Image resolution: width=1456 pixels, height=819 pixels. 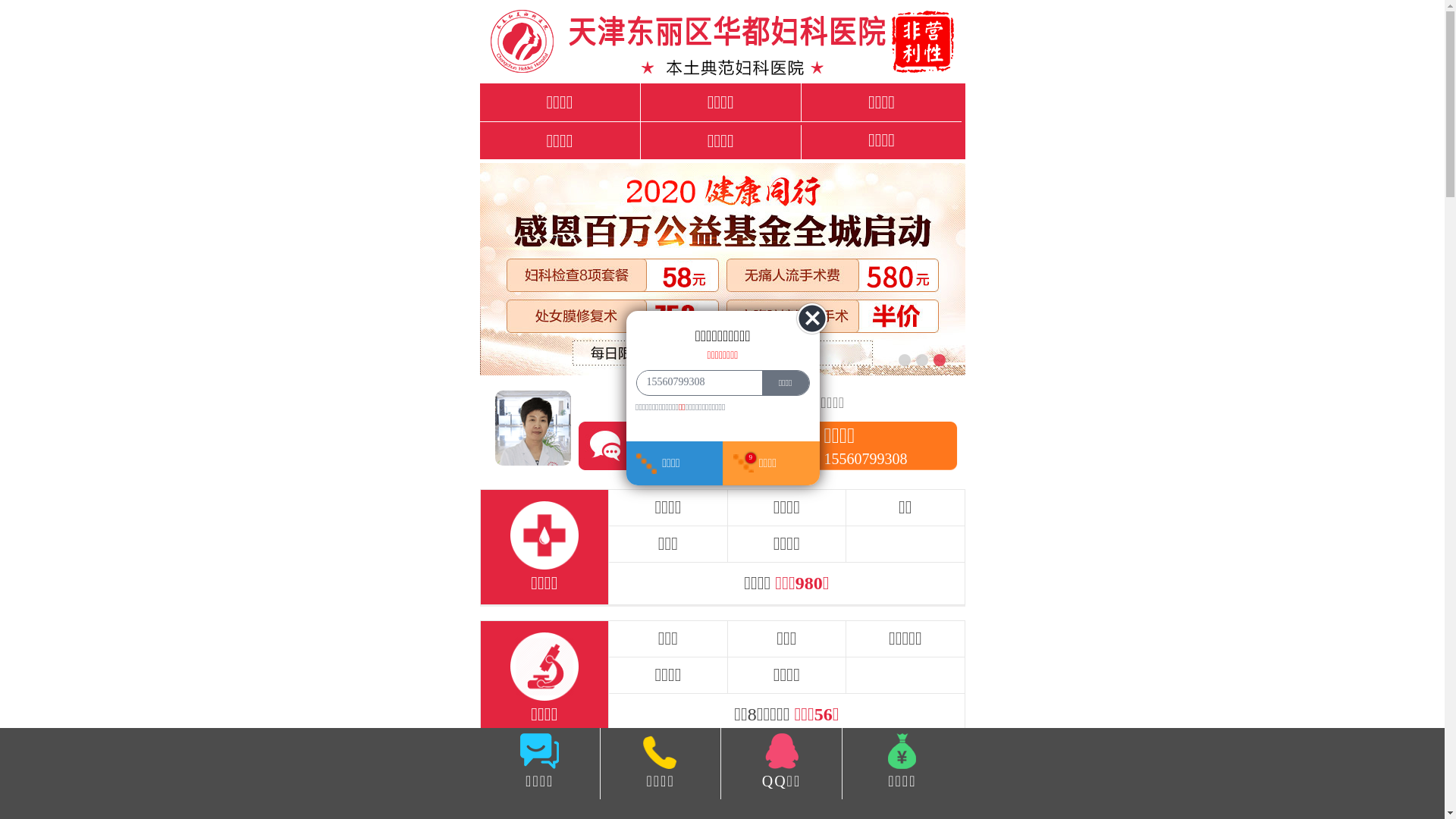 What do you see at coordinates (637, 381) in the screenshot?
I see `'15560799308 '` at bounding box center [637, 381].